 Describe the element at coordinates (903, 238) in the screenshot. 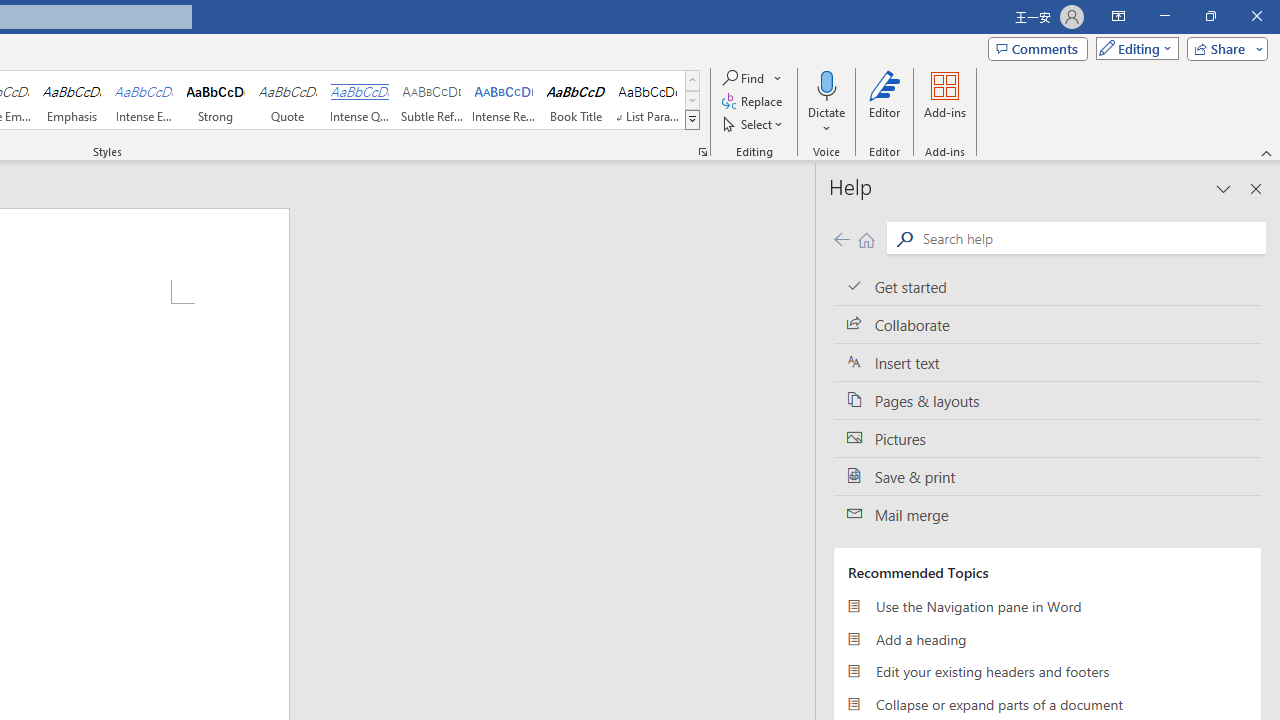

I see `'Search'` at that location.